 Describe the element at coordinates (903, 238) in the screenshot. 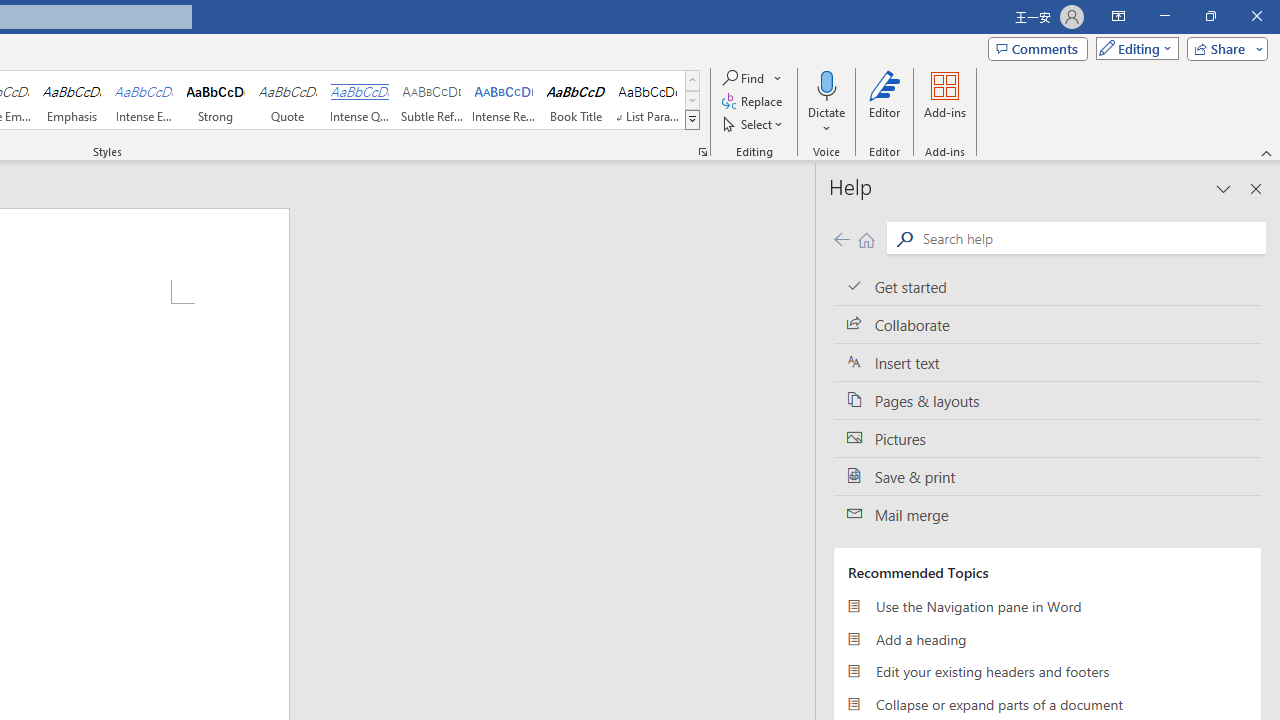

I see `'Search'` at that location.